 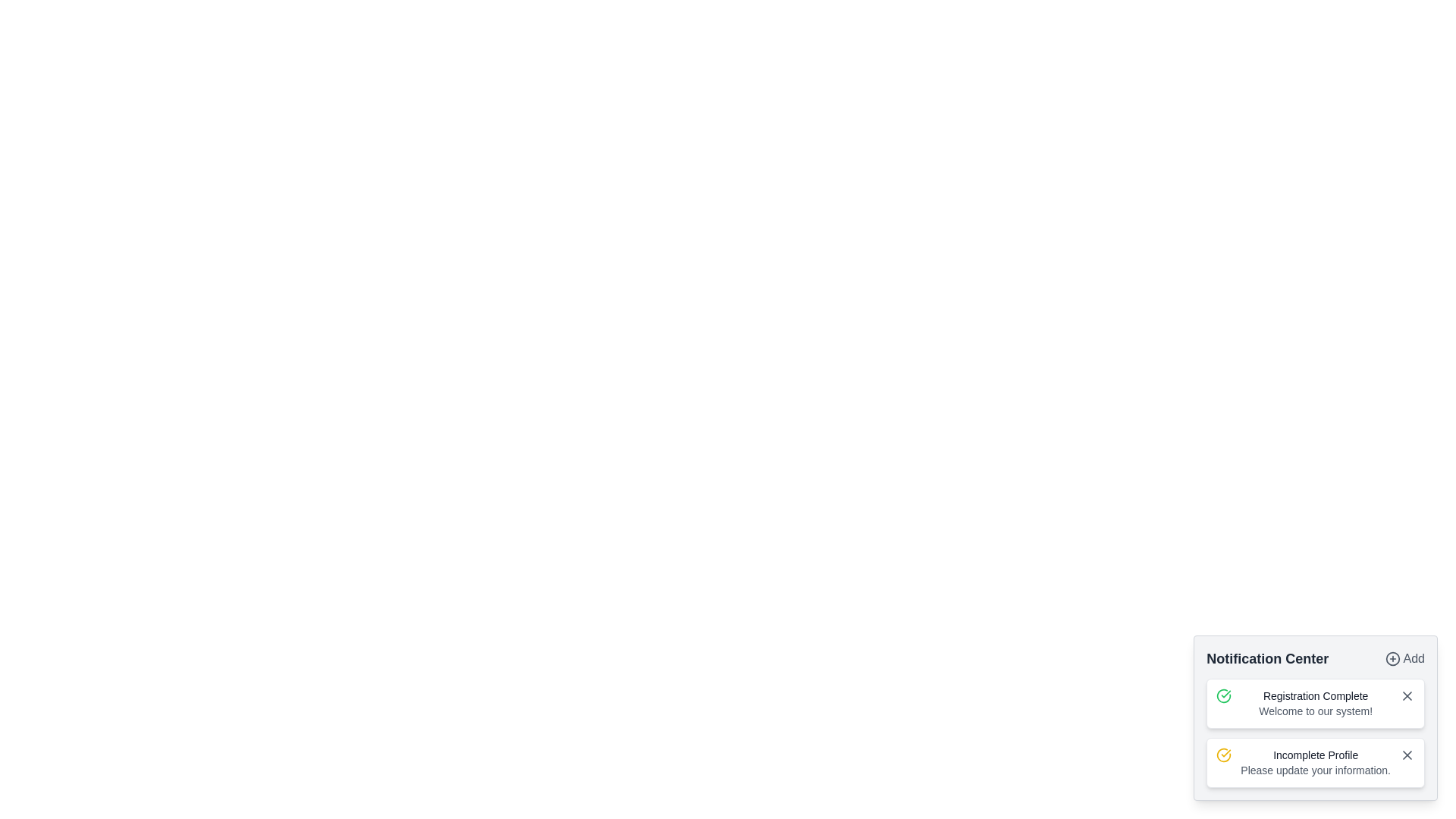 I want to click on the Notification panel that informs the user about their incomplete profile, located in the Notification Center below the Registration Complete notification, so click(x=1315, y=763).